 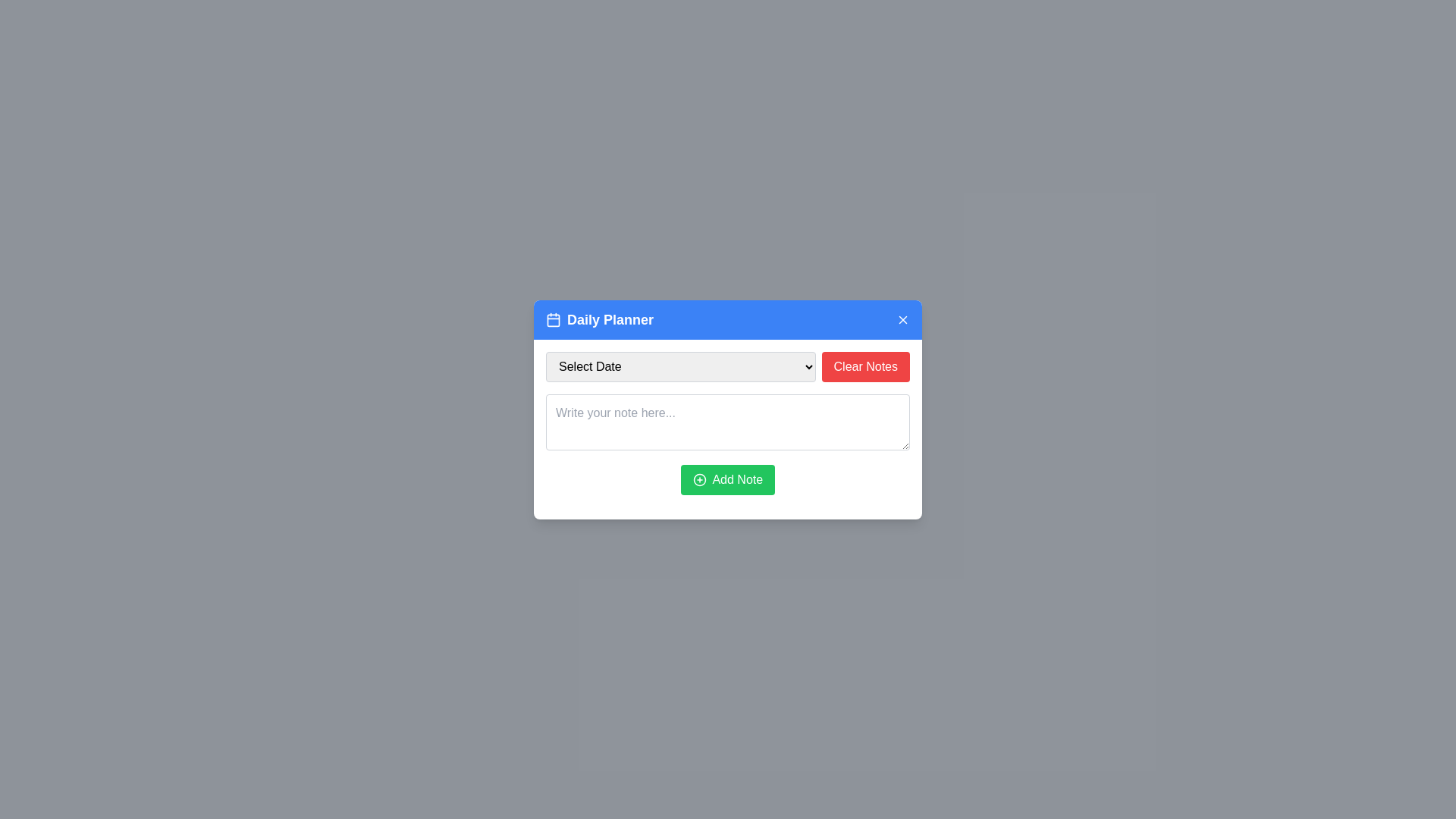 I want to click on the small button in the top-right corner of the 'Daily Planner' header that contains an 'X' icon, so click(x=902, y=318).